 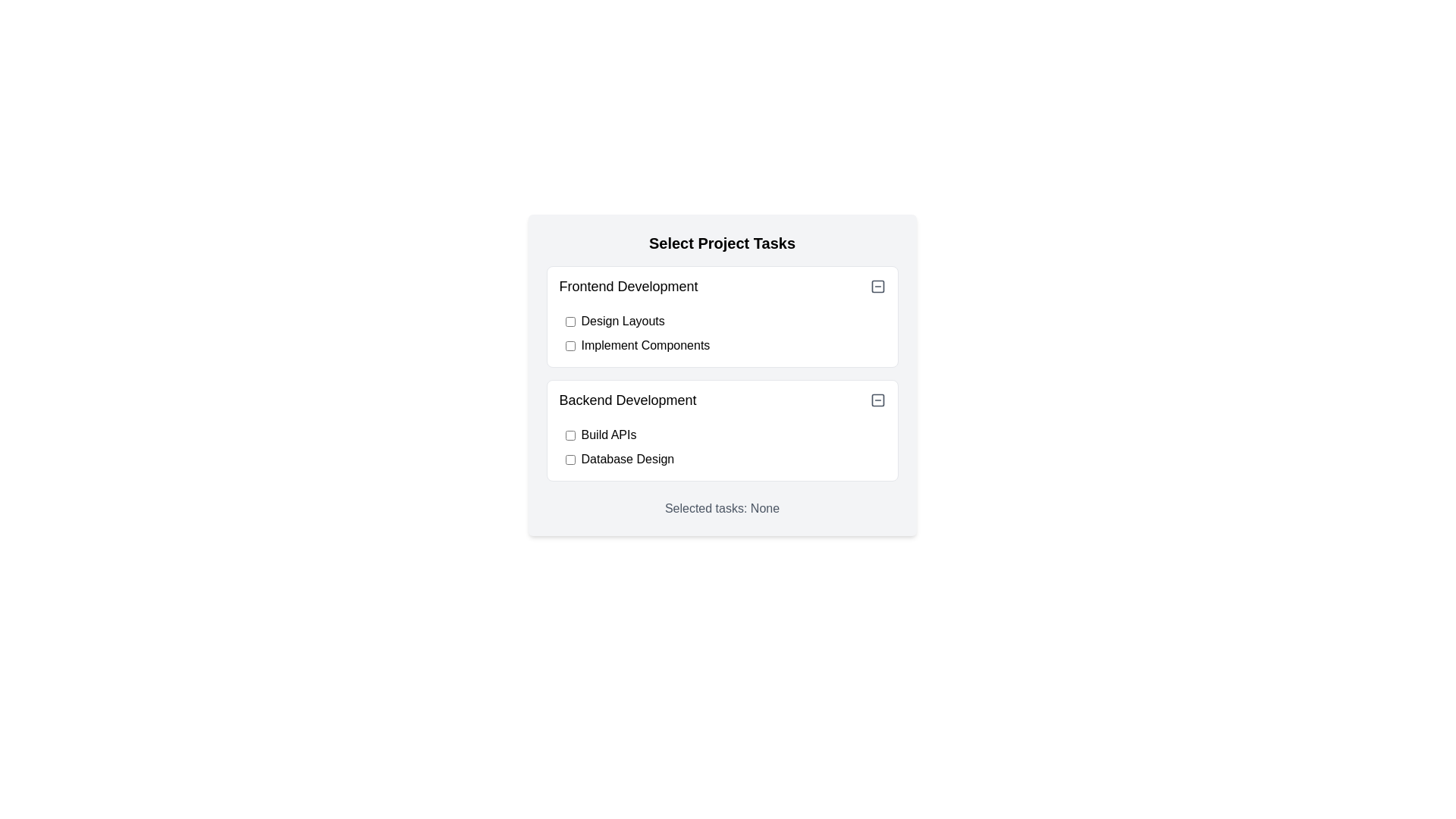 I want to click on the label displaying 'Implement Components', which is bold and located next to a checkbox in the 'Frontend Development' section of the 'Select Project Tasks' panel, so click(x=645, y=345).